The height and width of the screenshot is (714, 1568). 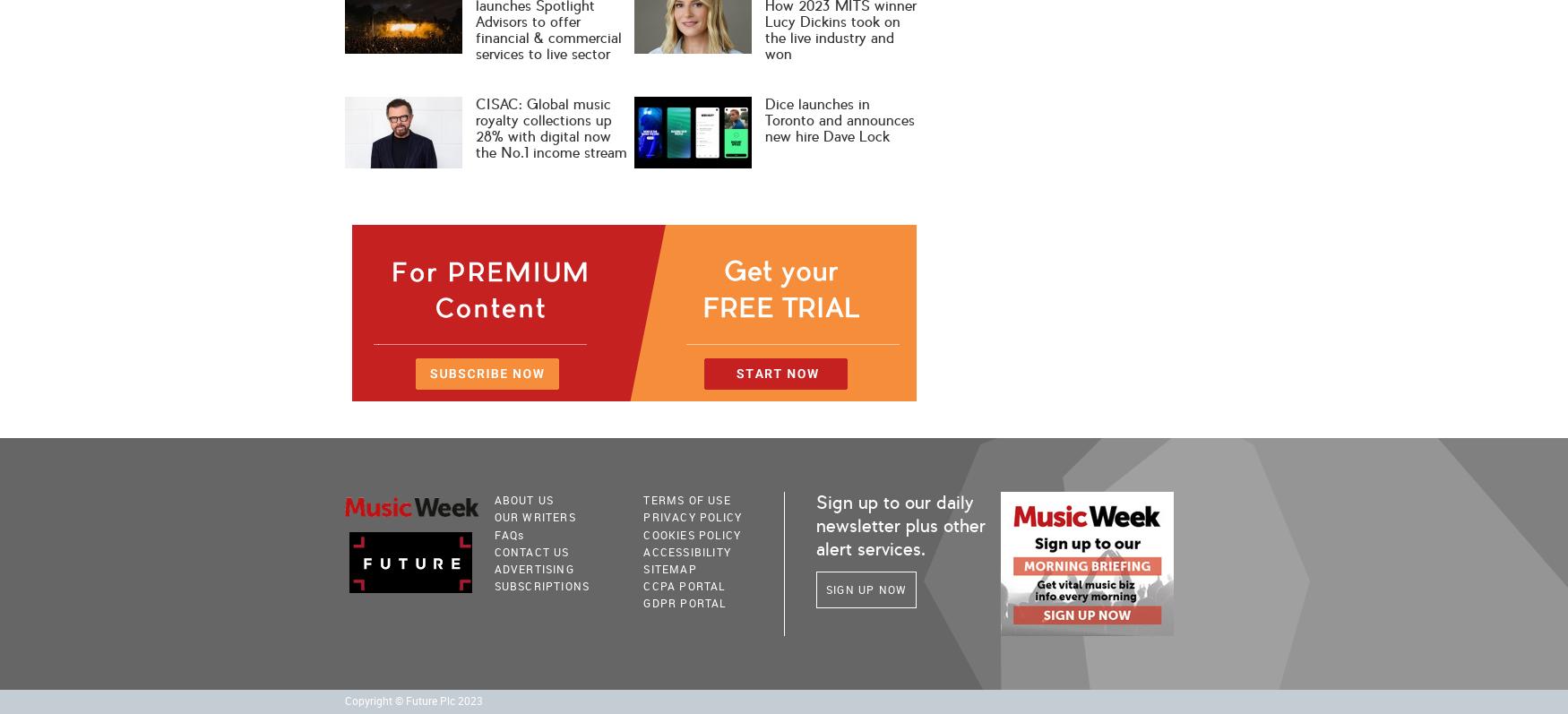 What do you see at coordinates (541, 586) in the screenshot?
I see `'Subscriptions'` at bounding box center [541, 586].